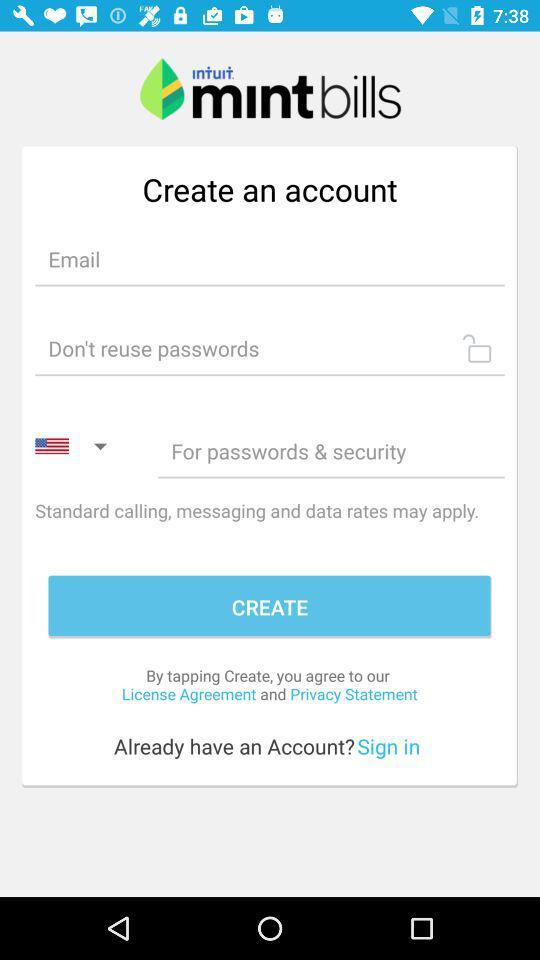  I want to click on password lock, so click(270, 348).